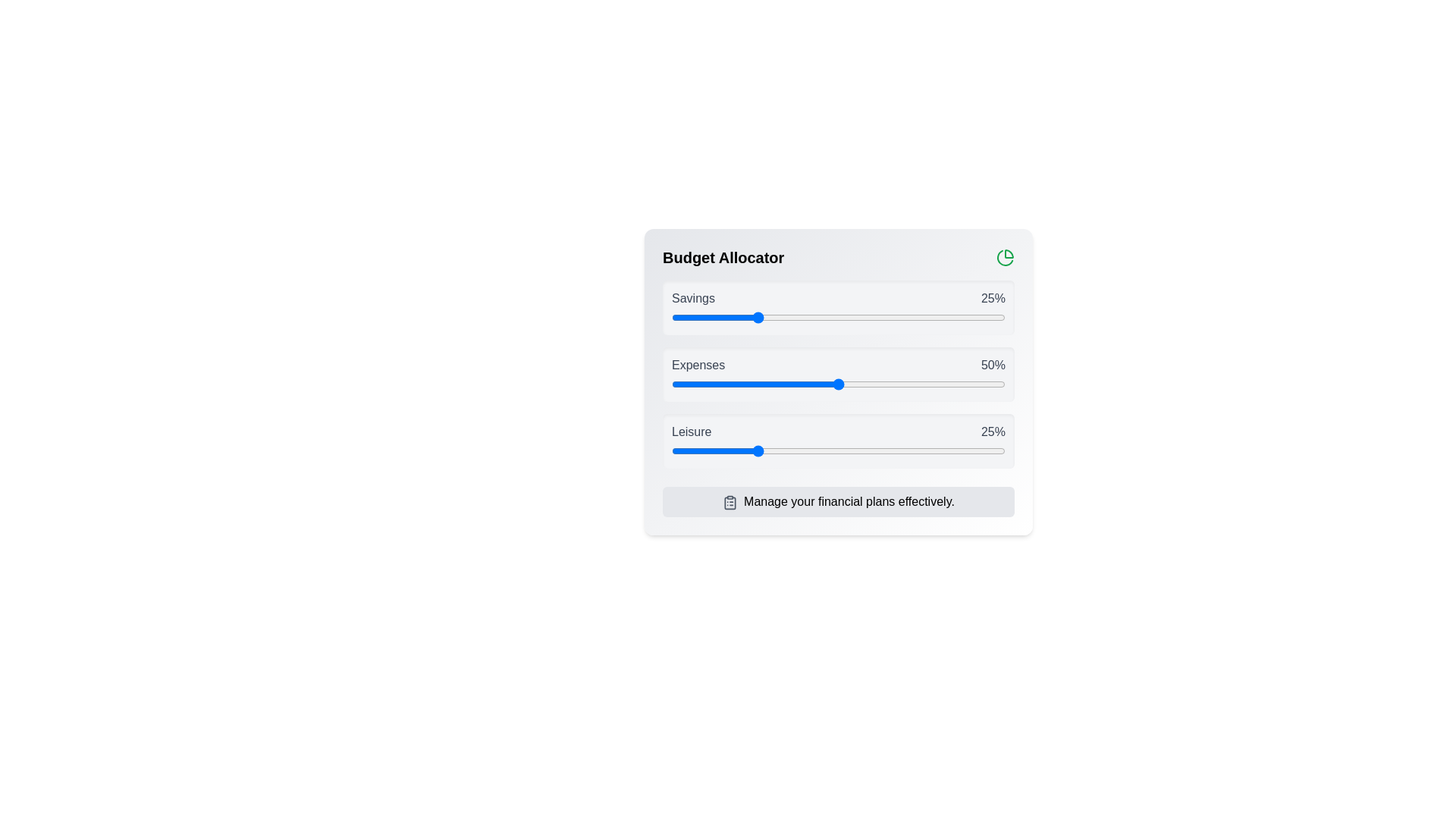 This screenshot has width=1456, height=819. Describe the element at coordinates (728, 317) in the screenshot. I see `the slider for the category to set its percentage to 17` at that location.